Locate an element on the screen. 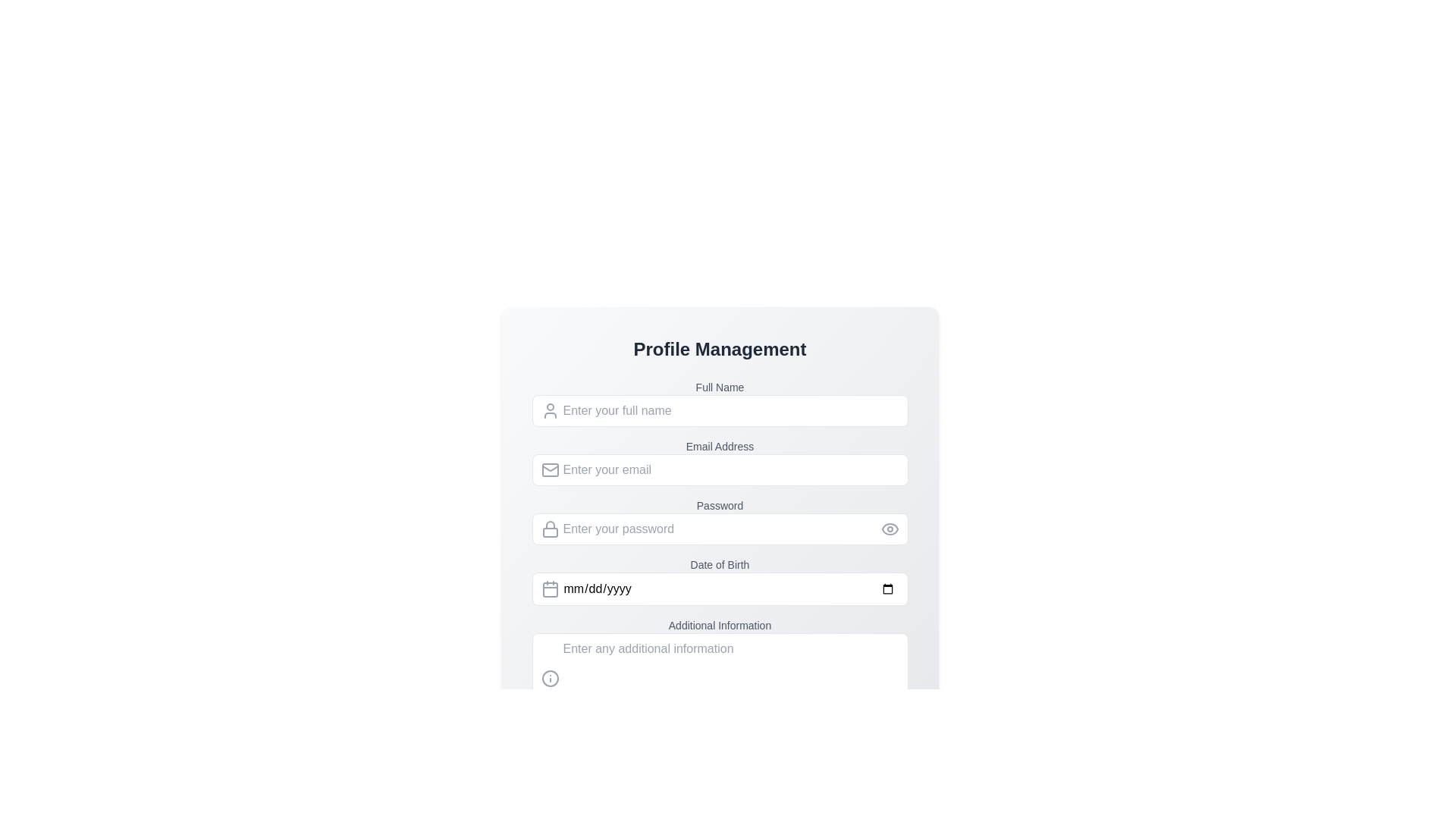 The image size is (1456, 819). the locked padlock icon located within the password input field labeled 'Password', positioned to the left of the text input area is located at coordinates (549, 524).